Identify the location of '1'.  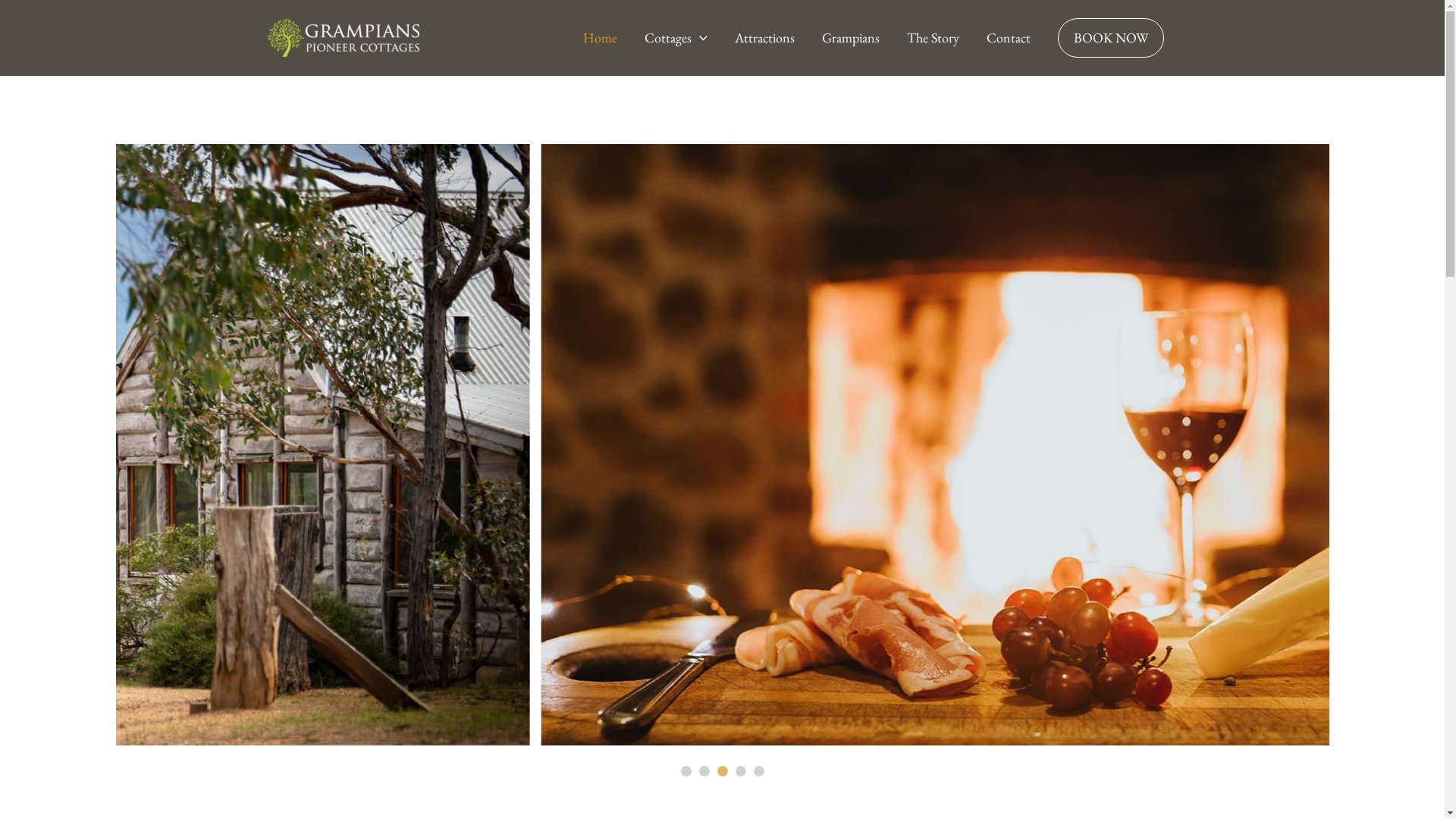
(676, 772).